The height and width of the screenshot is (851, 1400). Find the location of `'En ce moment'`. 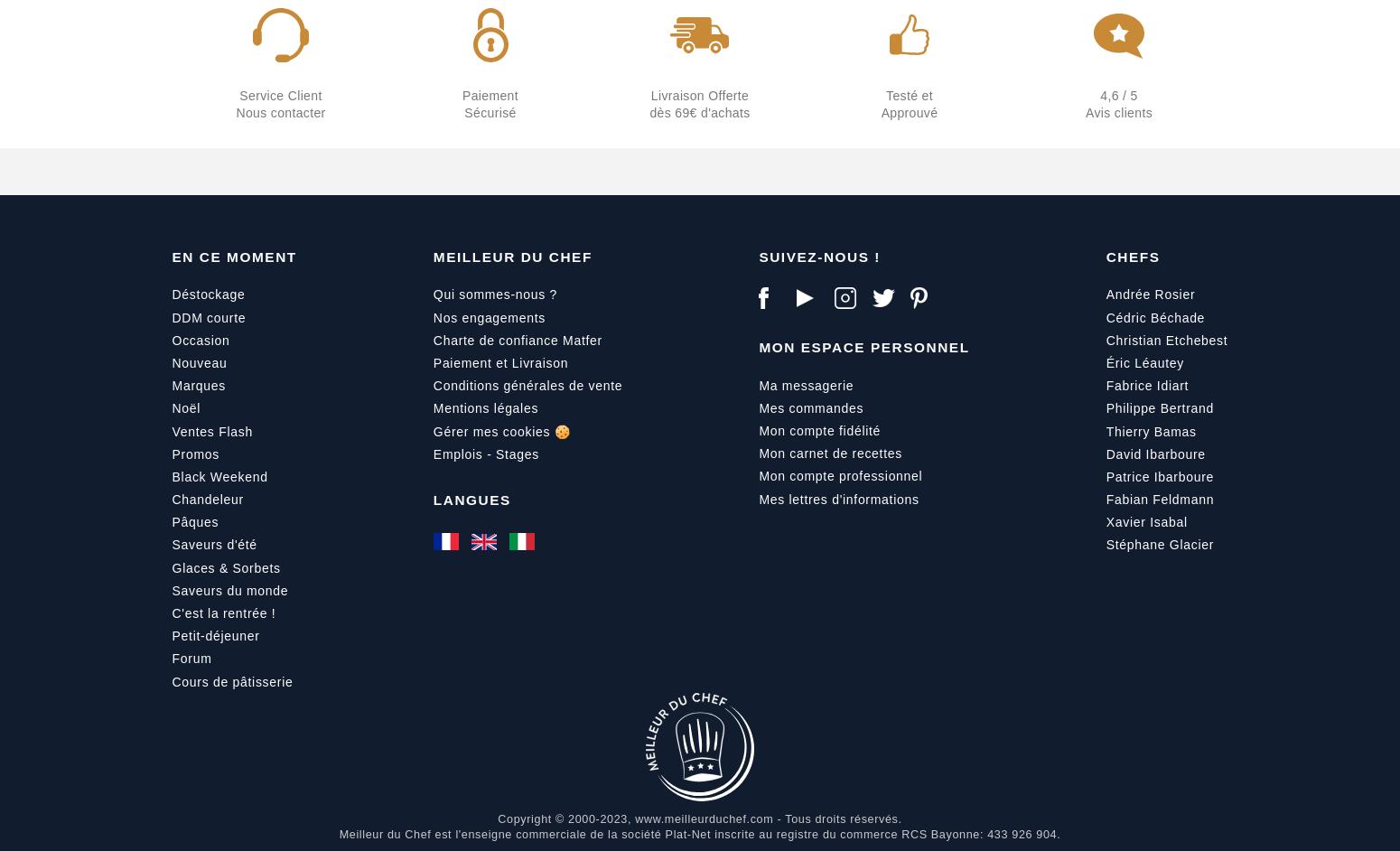

'En ce moment' is located at coordinates (234, 256).